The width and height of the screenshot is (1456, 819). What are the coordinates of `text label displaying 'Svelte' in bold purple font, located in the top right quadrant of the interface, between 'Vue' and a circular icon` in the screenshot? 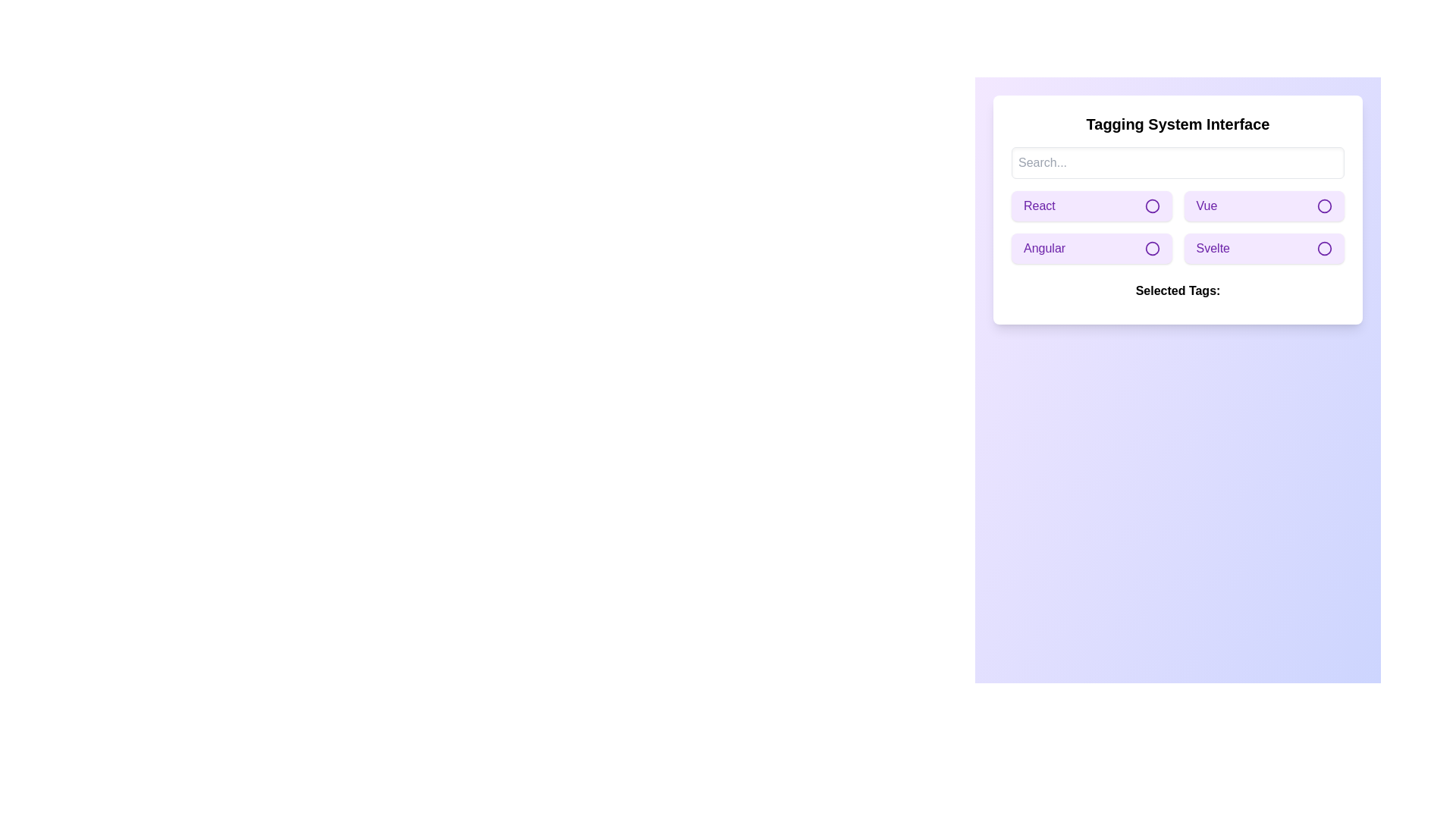 It's located at (1212, 247).